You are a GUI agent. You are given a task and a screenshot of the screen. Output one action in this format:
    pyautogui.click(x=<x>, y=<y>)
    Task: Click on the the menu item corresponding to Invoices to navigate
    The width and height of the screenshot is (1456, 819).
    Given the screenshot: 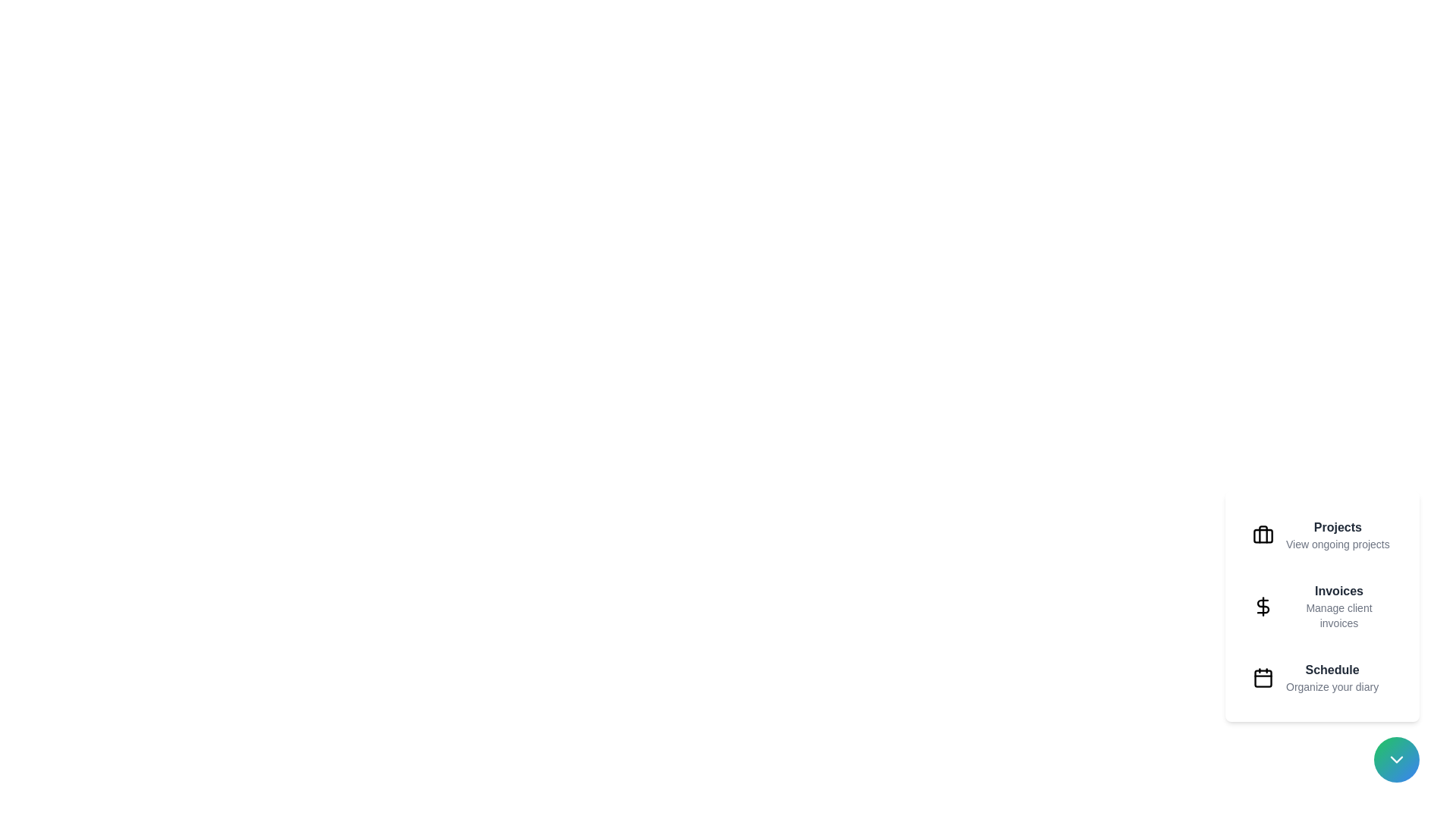 What is the action you would take?
    pyautogui.click(x=1321, y=605)
    